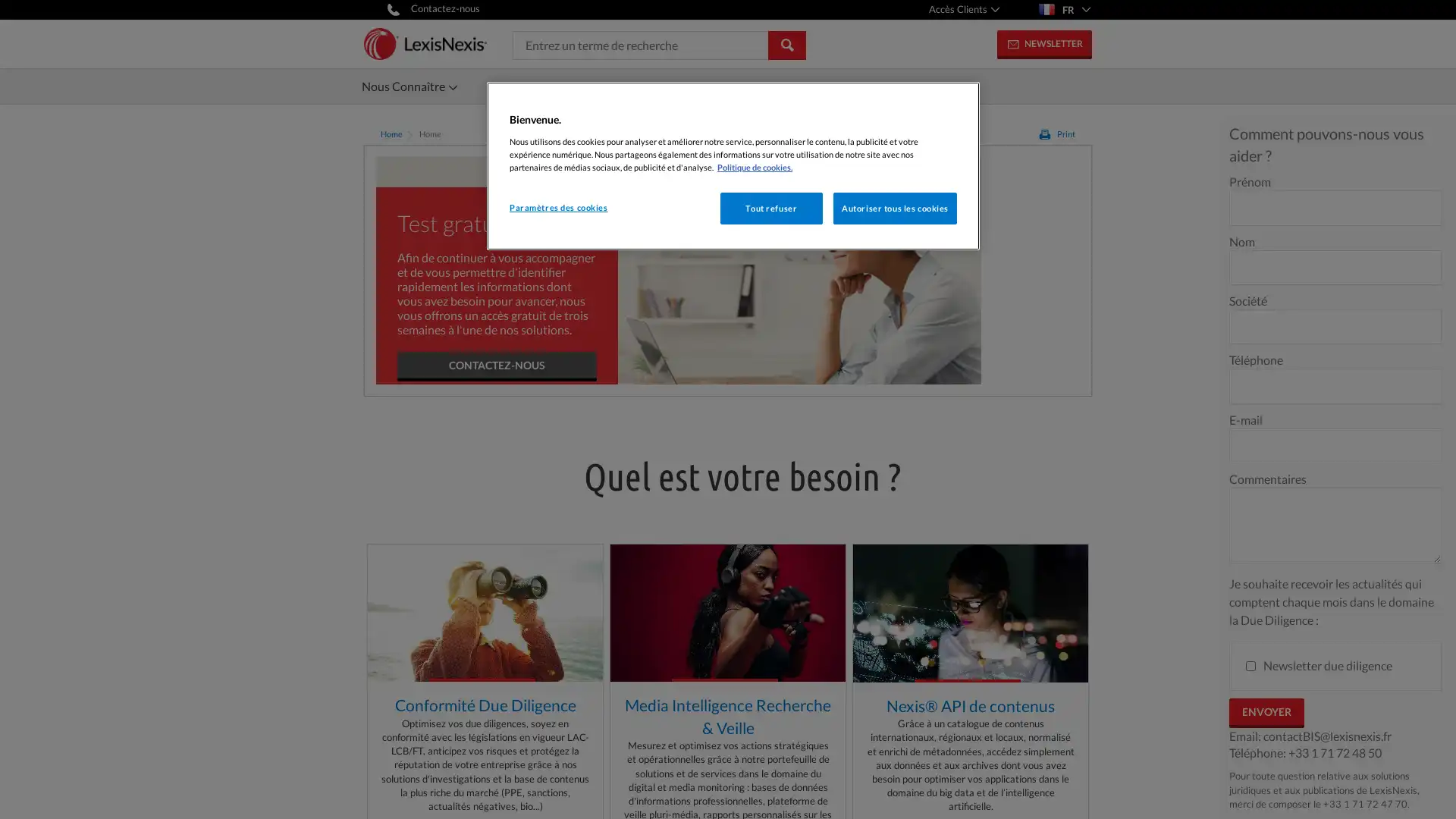  I want to click on Tout refuser, so click(770, 207).